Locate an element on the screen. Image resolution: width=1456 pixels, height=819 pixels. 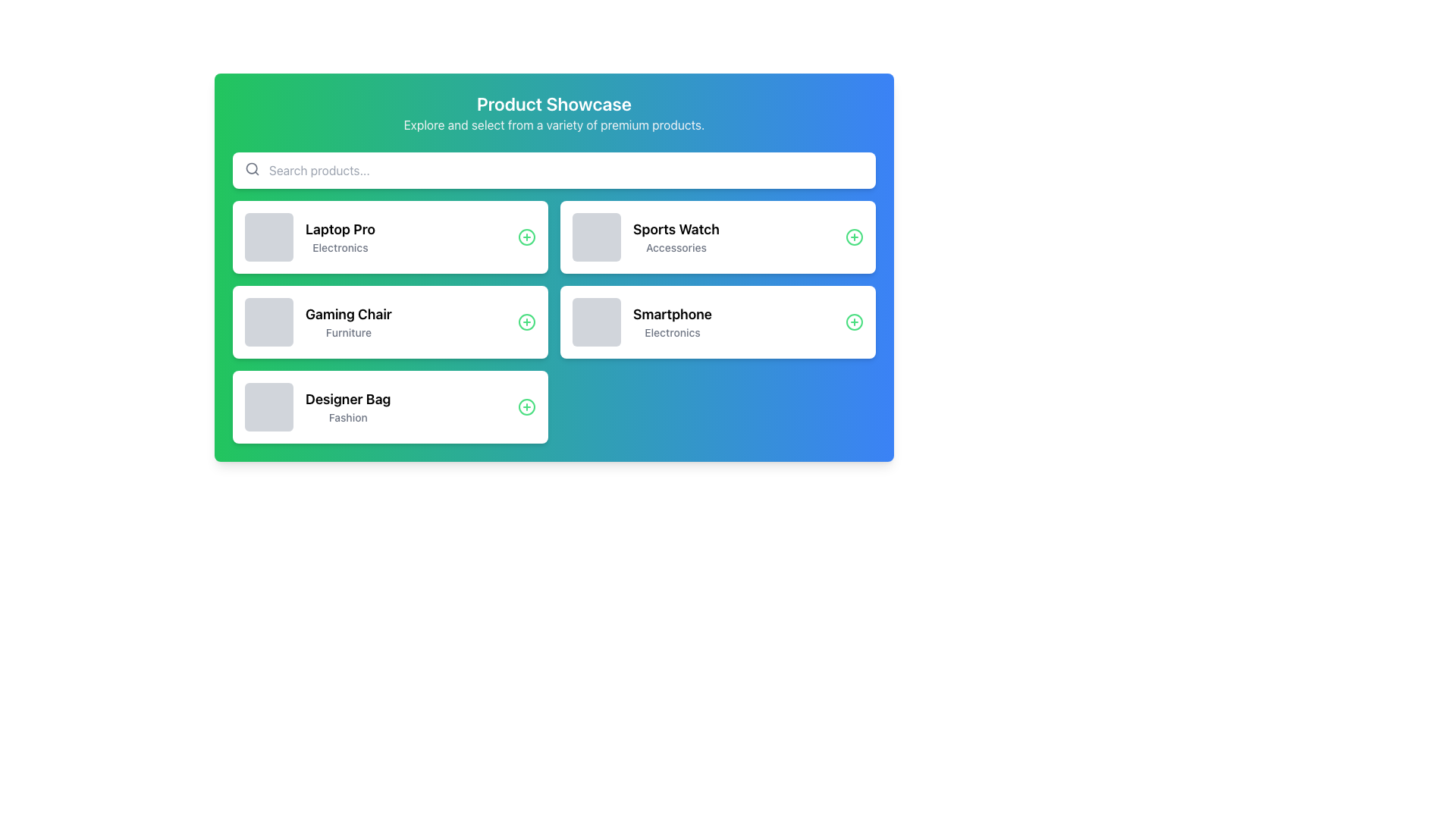
the Label that serves as the title for the product card, located above the descriptive text 'Electronics' in the bottom-right segment of the interface is located at coordinates (672, 314).